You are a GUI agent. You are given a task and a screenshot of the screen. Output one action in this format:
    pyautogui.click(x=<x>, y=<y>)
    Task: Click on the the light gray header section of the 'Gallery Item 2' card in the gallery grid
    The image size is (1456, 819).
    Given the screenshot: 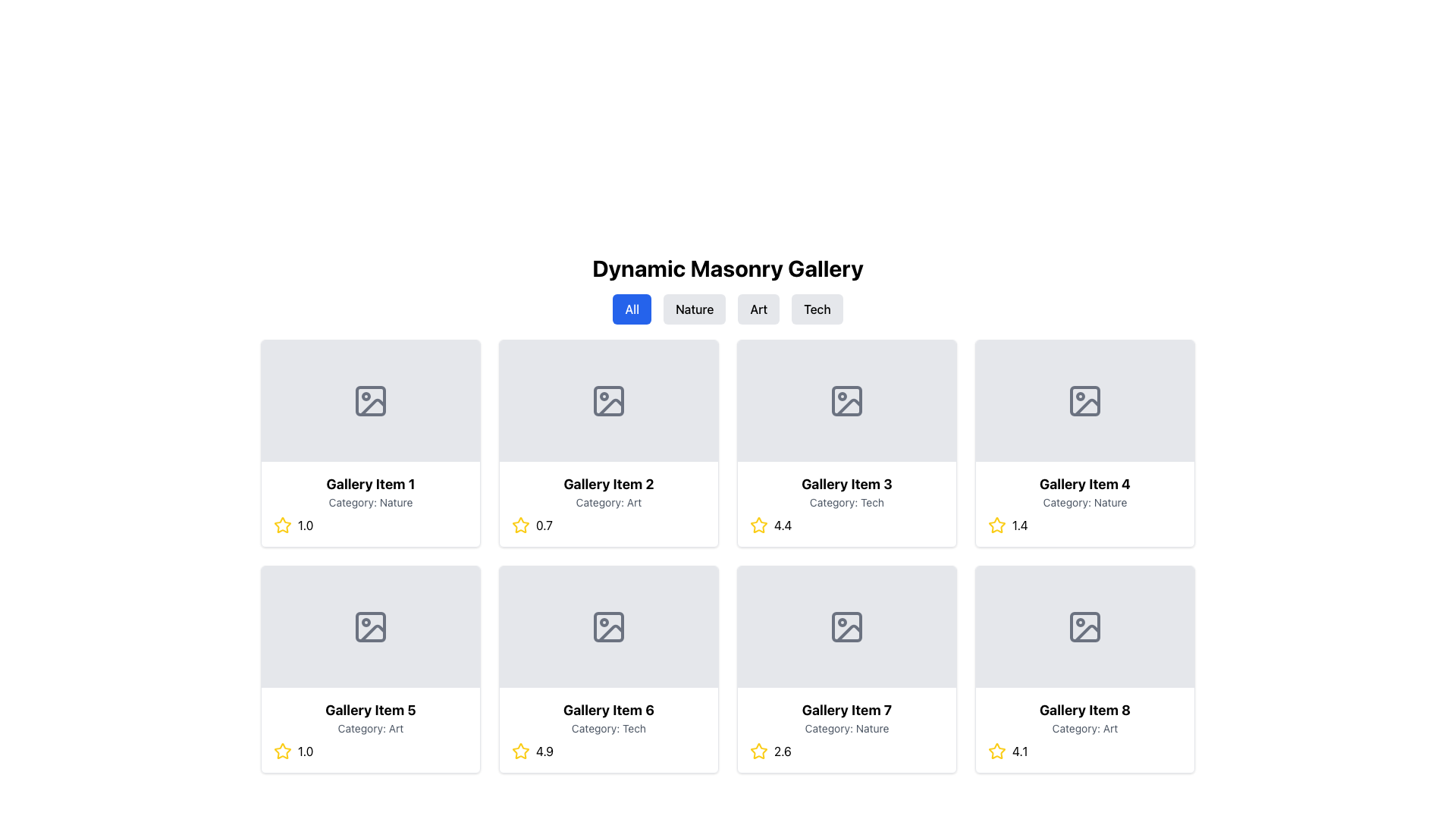 What is the action you would take?
    pyautogui.click(x=608, y=400)
    